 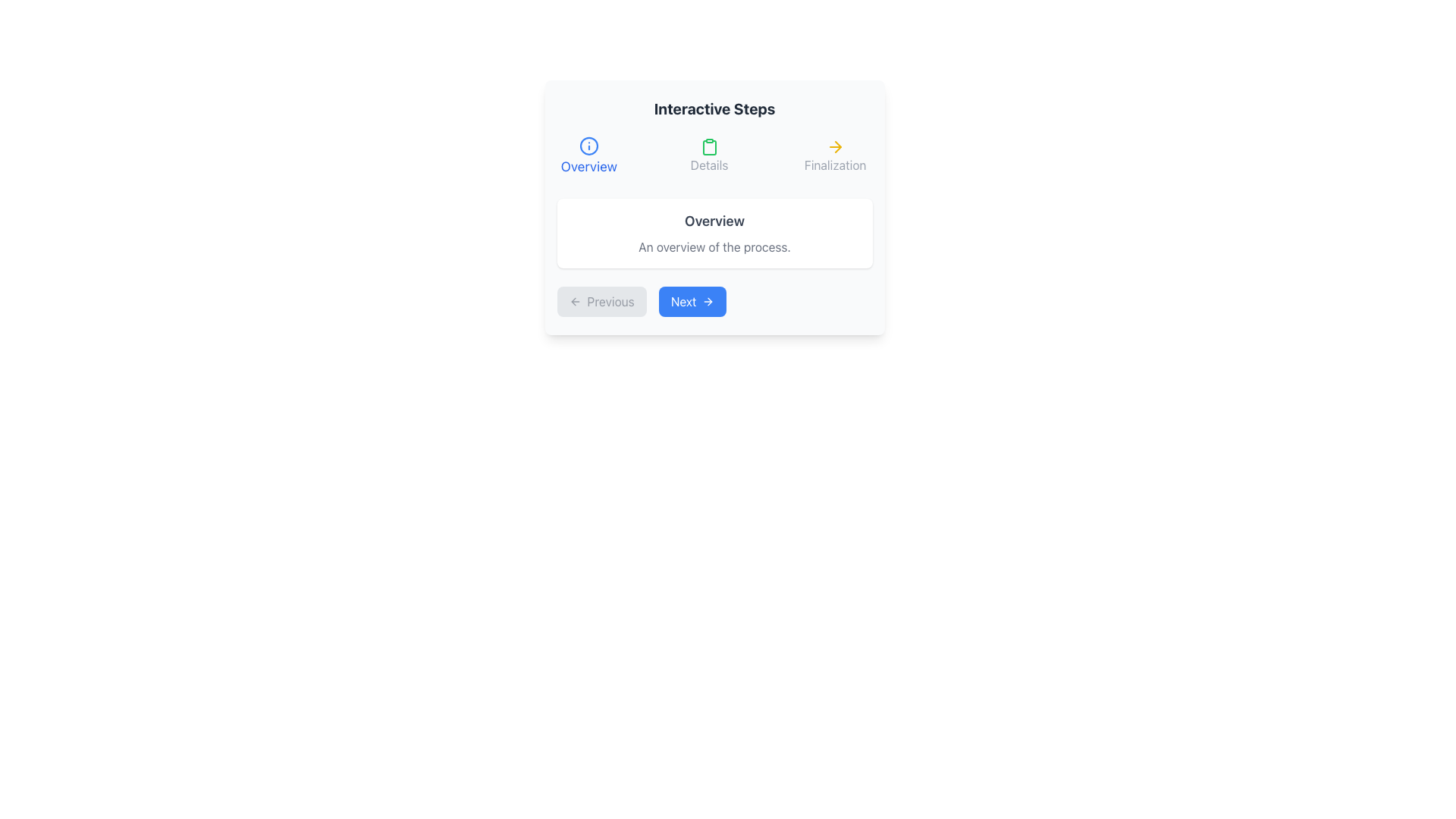 What do you see at coordinates (588, 146) in the screenshot?
I see `the leftmost informational icon in the step indicators` at bounding box center [588, 146].